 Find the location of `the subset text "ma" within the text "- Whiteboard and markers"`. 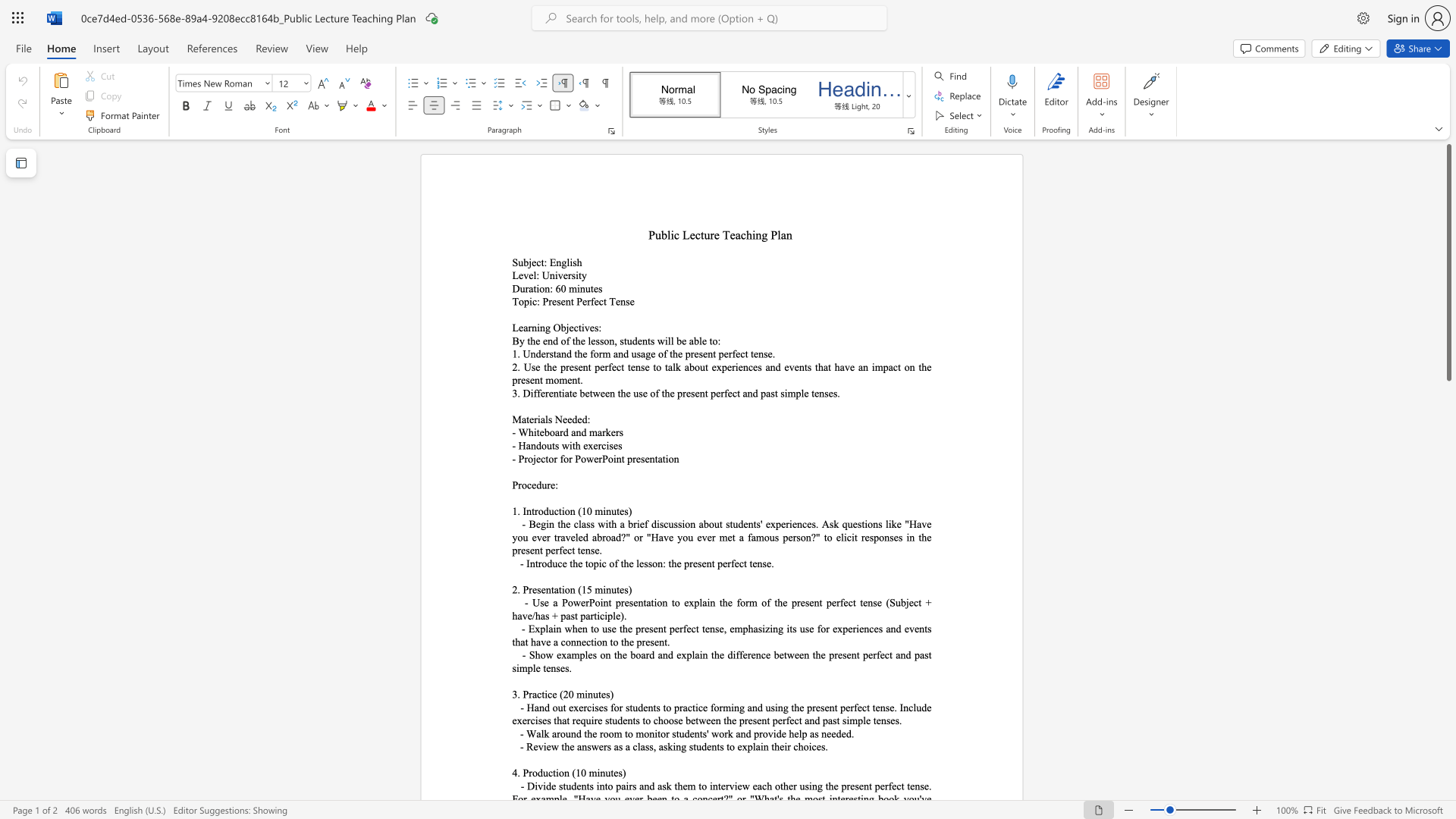

the subset text "ma" within the text "- Whiteboard and markers" is located at coordinates (588, 432).